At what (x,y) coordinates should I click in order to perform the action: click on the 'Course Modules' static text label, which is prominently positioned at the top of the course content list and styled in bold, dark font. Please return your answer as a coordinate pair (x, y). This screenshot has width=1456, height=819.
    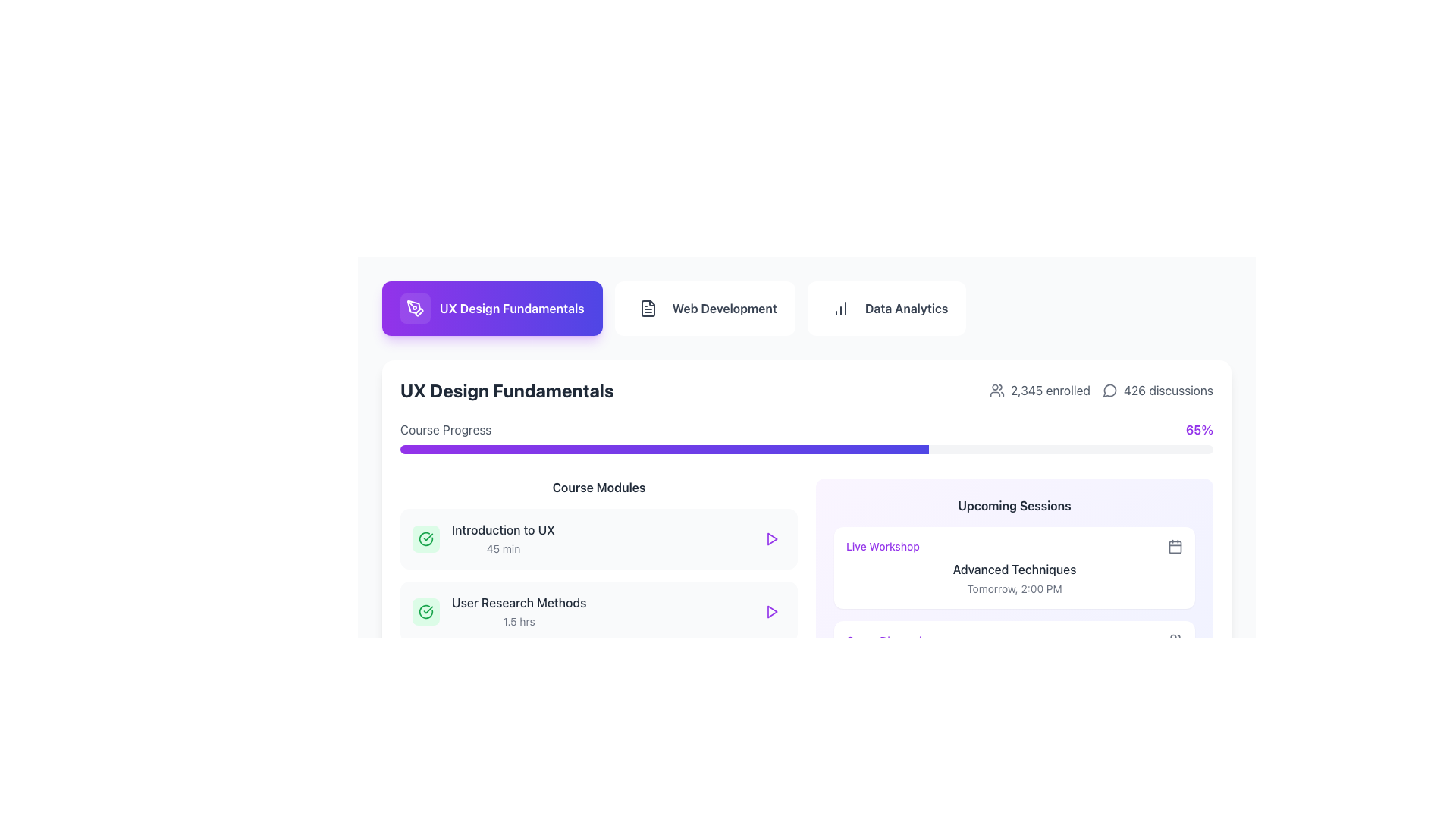
    Looking at the image, I should click on (598, 488).